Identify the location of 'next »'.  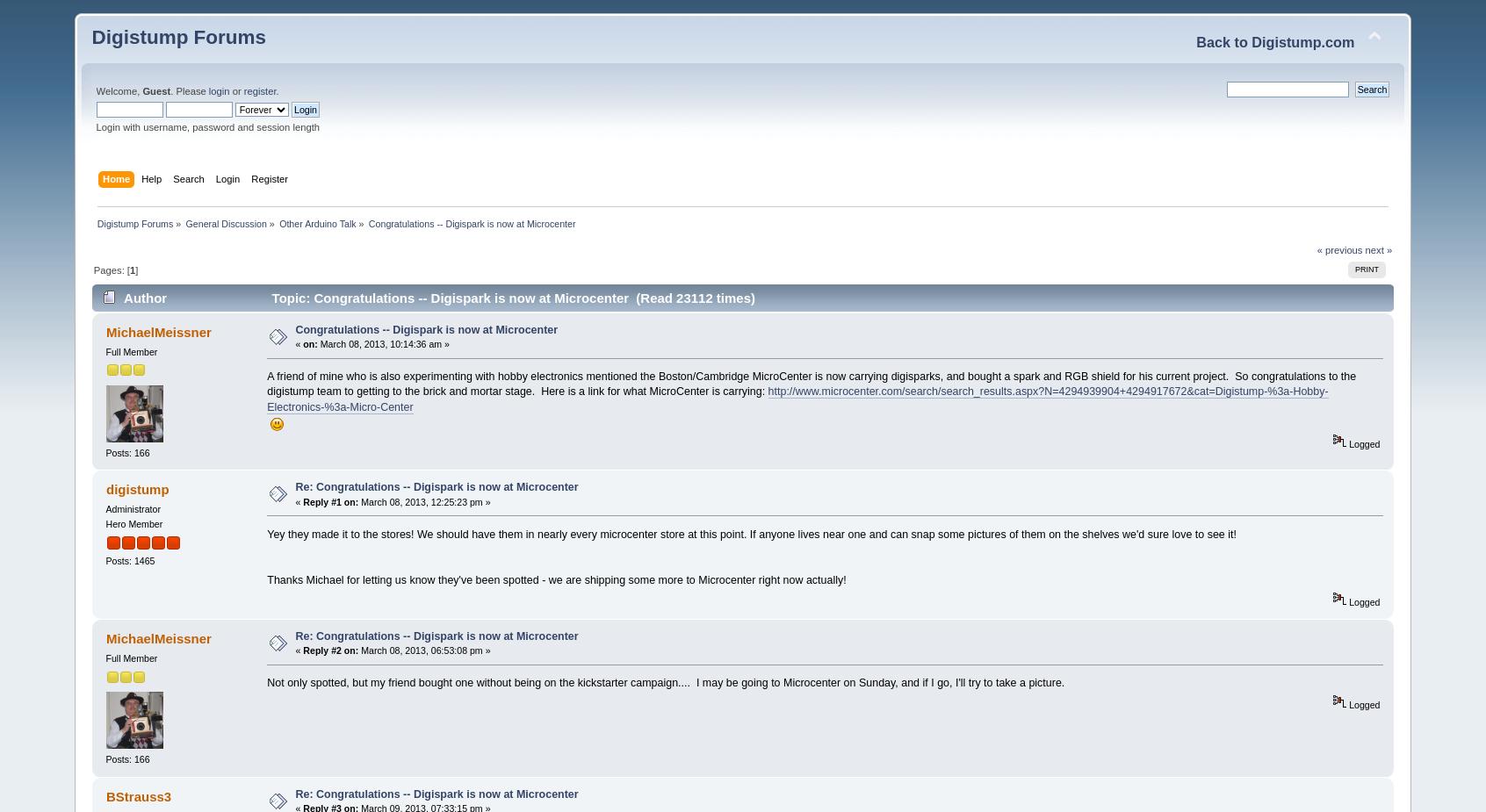
(1377, 248).